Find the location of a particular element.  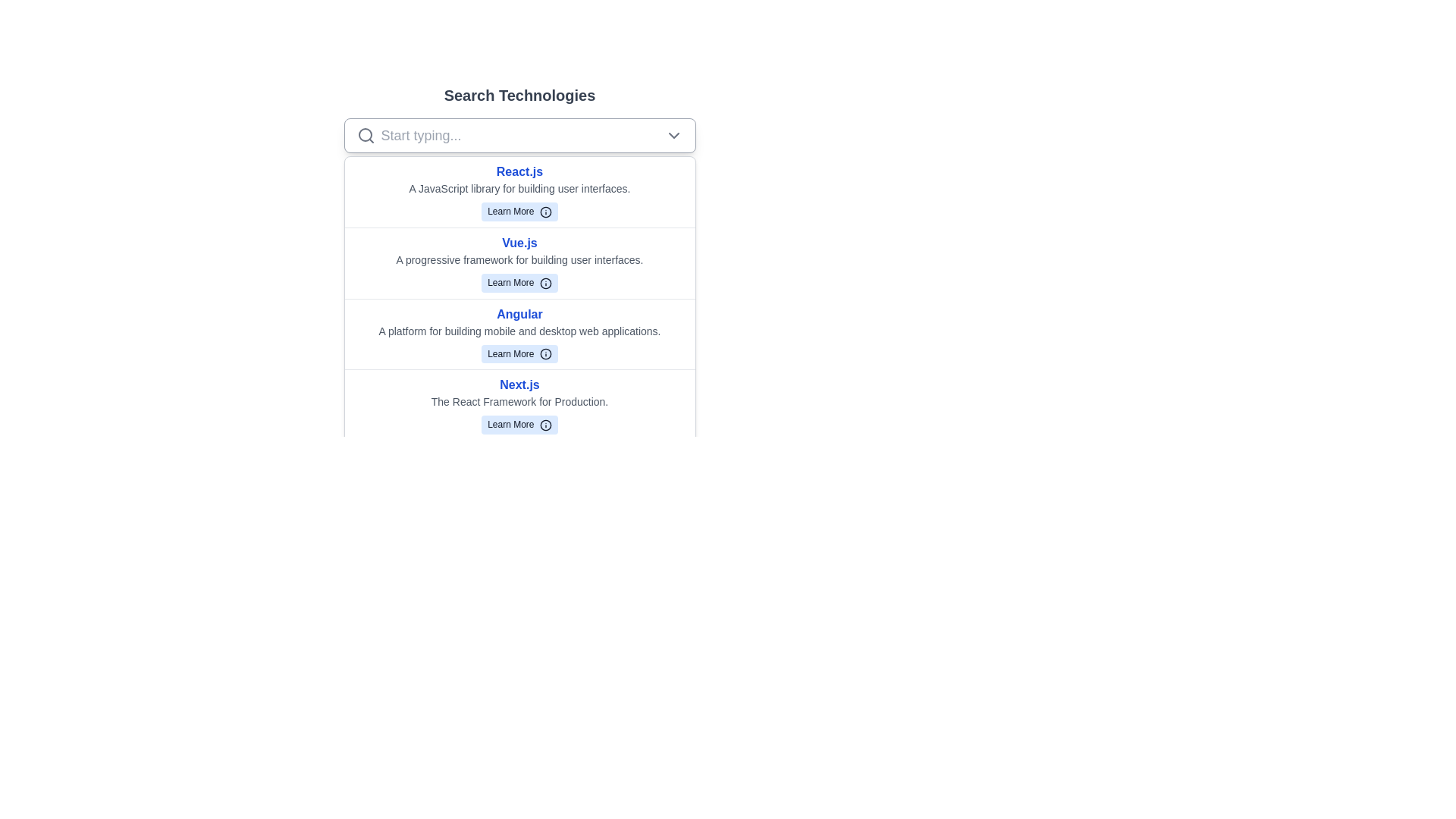

the icon associated with the 'Learn More' button for the 'Angular' technology entry, which is the third button in a vertical list is located at coordinates (545, 354).